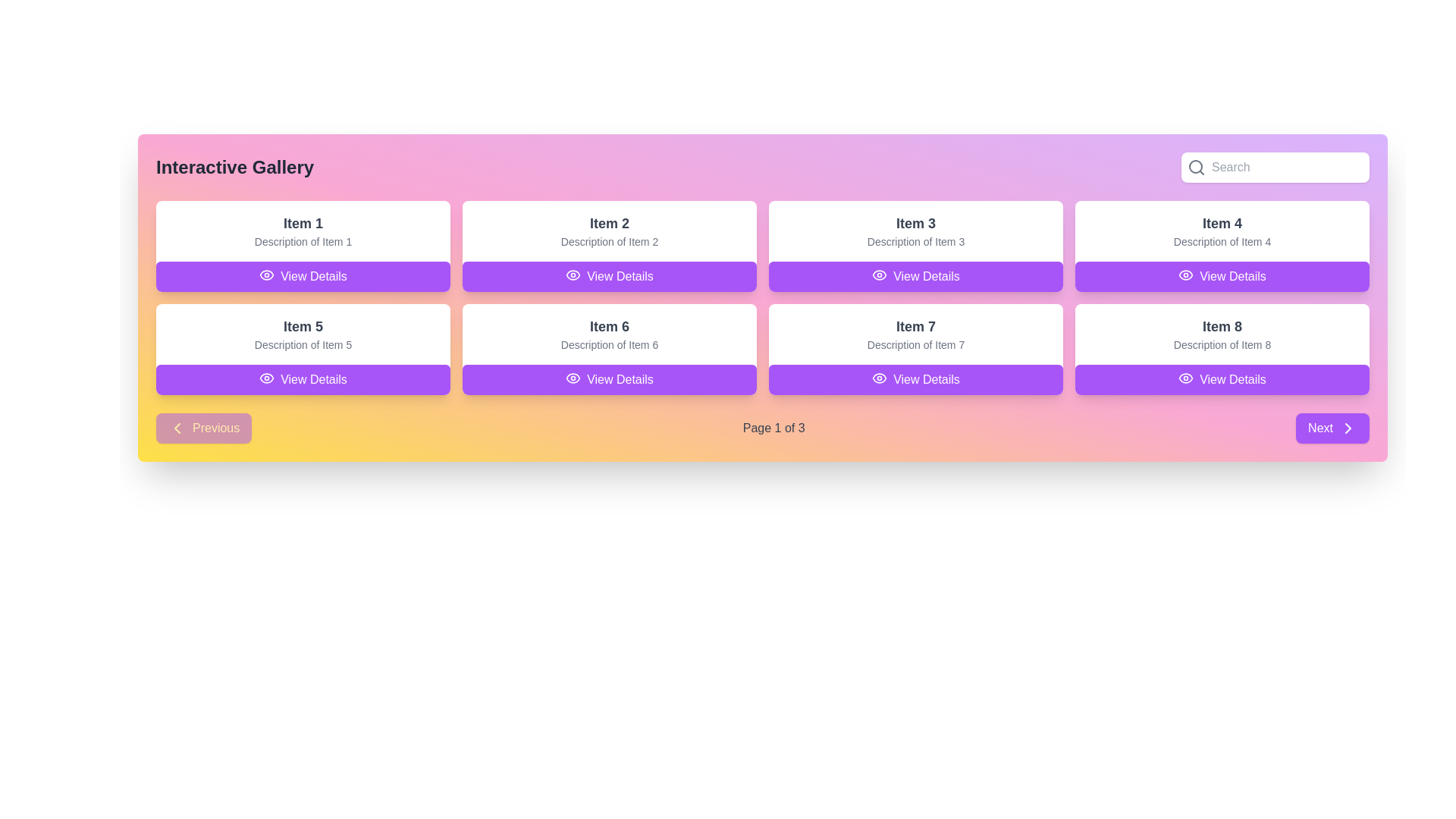  Describe the element at coordinates (177, 428) in the screenshot. I see `the navigational icon within the 'Previous' button located at the bottom-left corner of the layout, indicating the direction to the previous page` at that location.